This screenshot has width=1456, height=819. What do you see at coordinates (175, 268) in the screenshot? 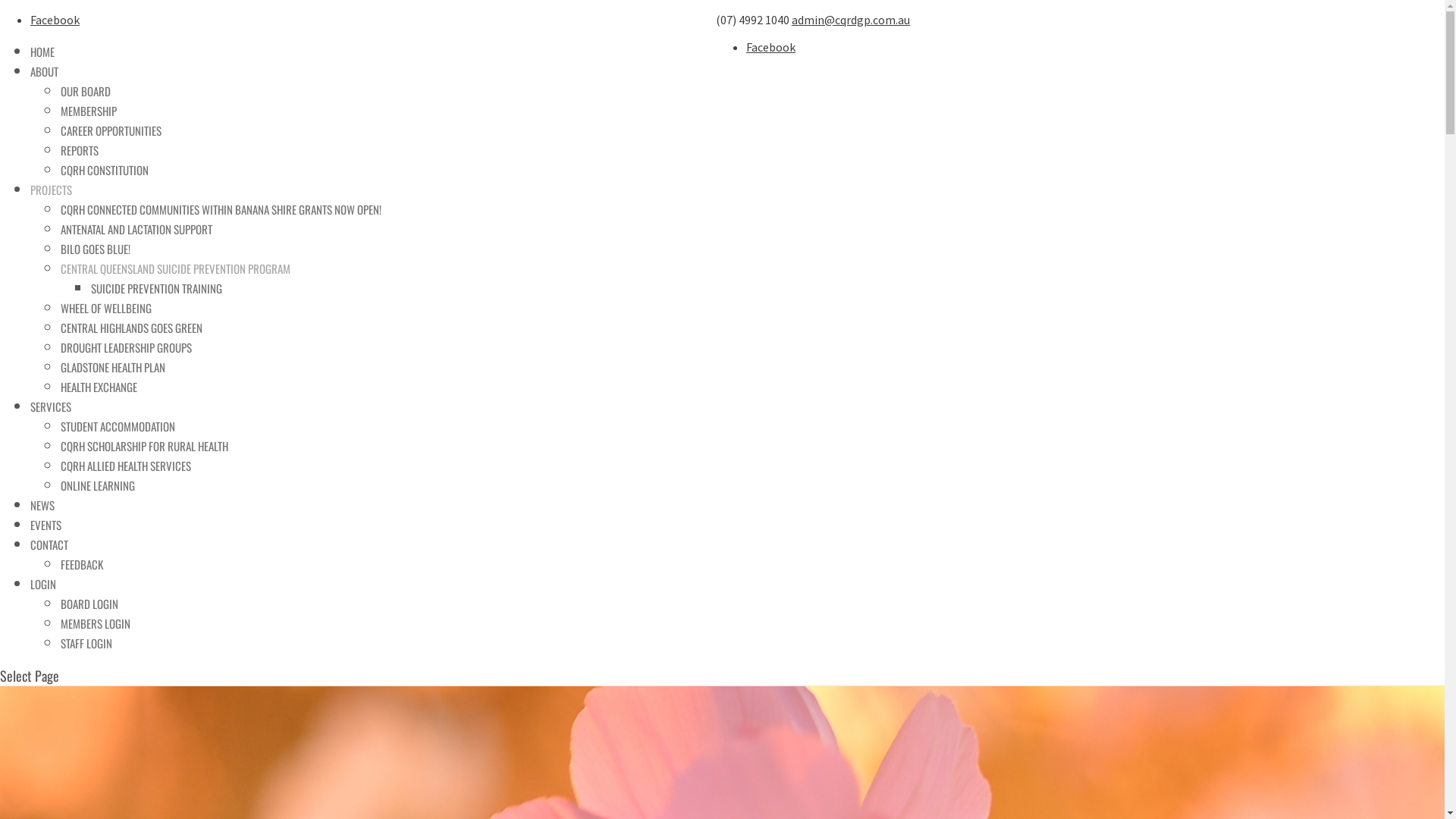
I see `'CENTRAL QUEENSLAND SUICIDE PREVENTION PROGRAM'` at bounding box center [175, 268].